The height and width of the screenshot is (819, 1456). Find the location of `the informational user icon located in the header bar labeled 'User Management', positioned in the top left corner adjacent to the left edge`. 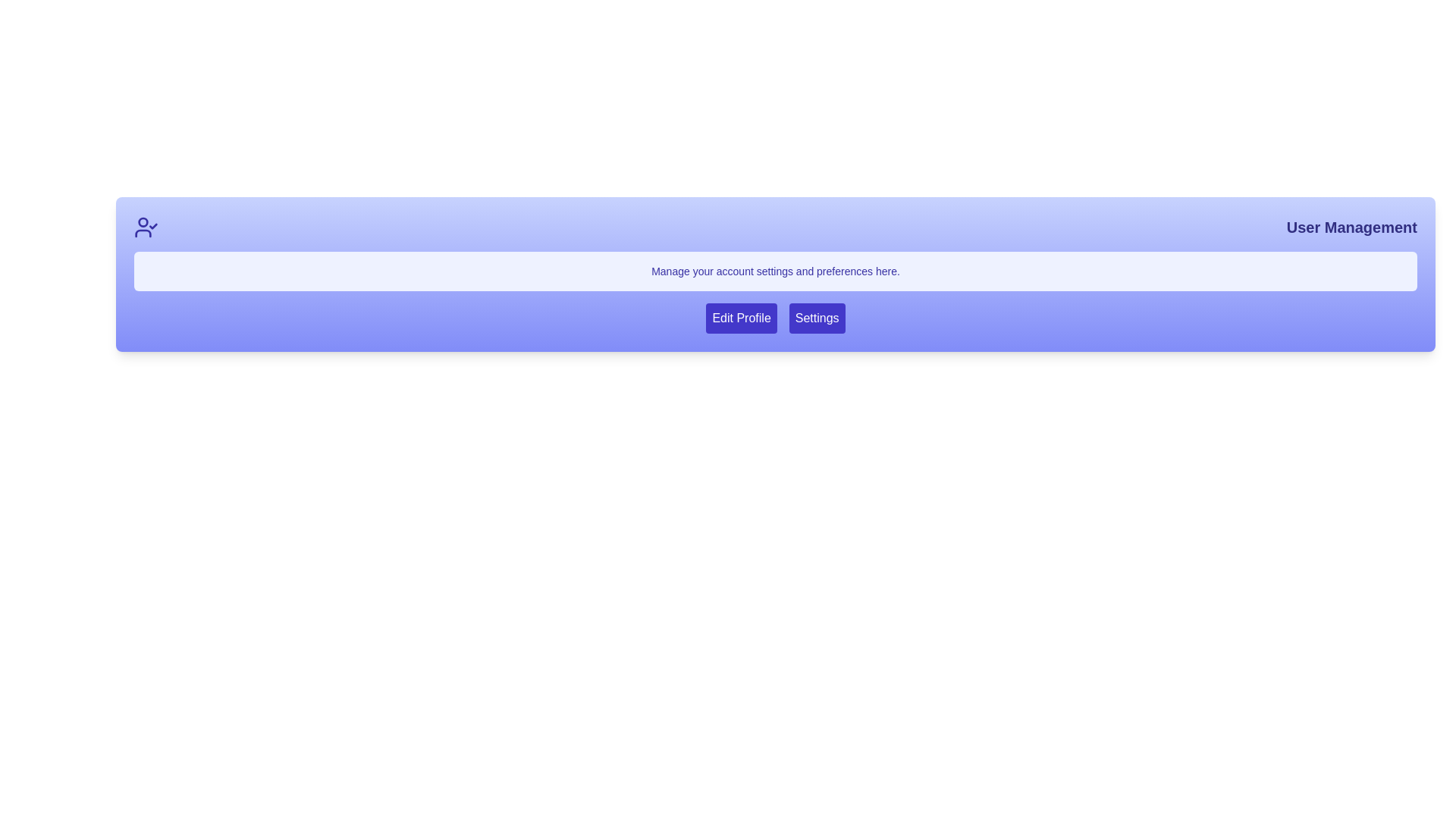

the informational user icon located in the header bar labeled 'User Management', positioned in the top left corner adjacent to the left edge is located at coordinates (146, 227).